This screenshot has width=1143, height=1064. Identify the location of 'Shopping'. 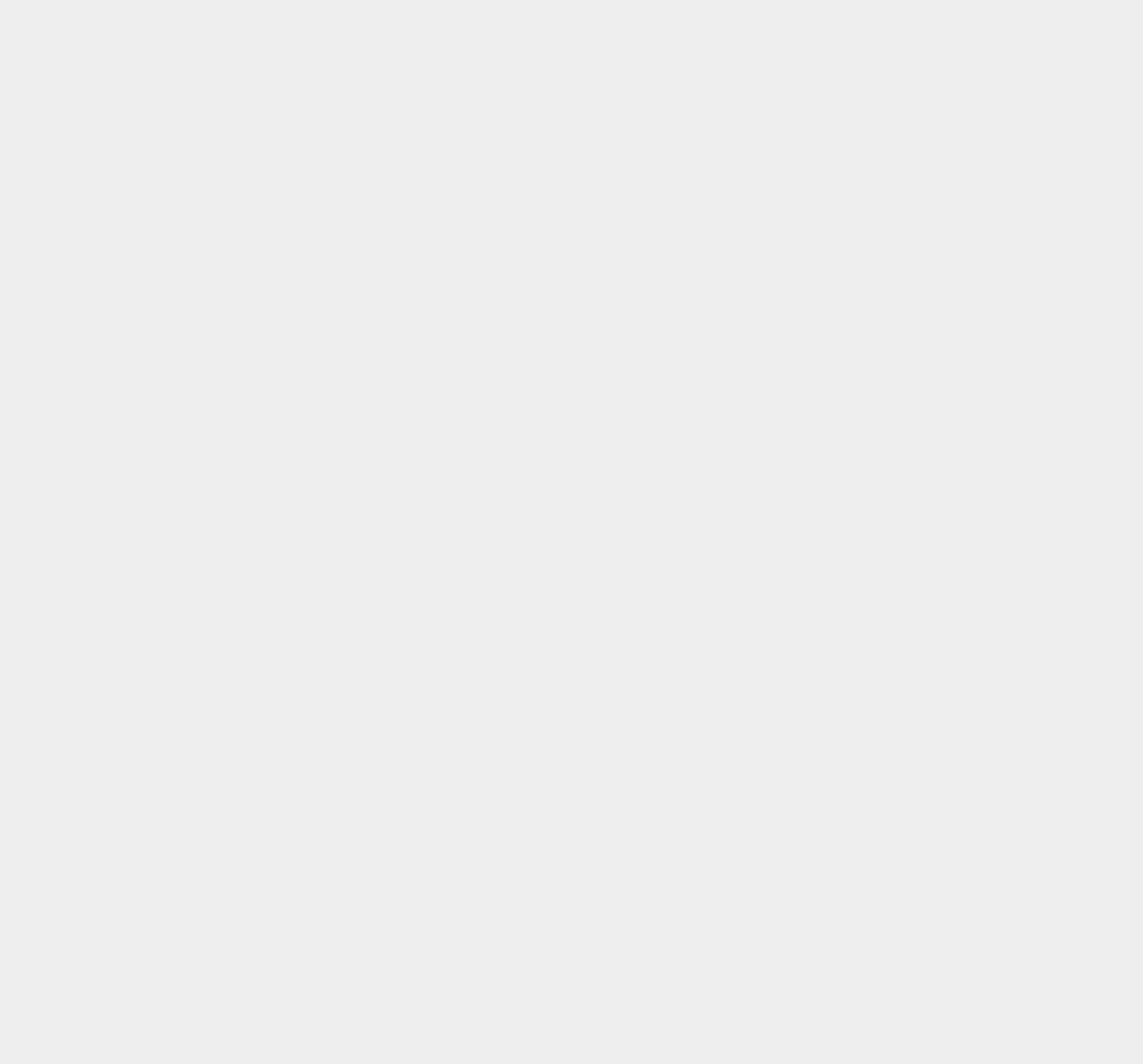
(836, 773).